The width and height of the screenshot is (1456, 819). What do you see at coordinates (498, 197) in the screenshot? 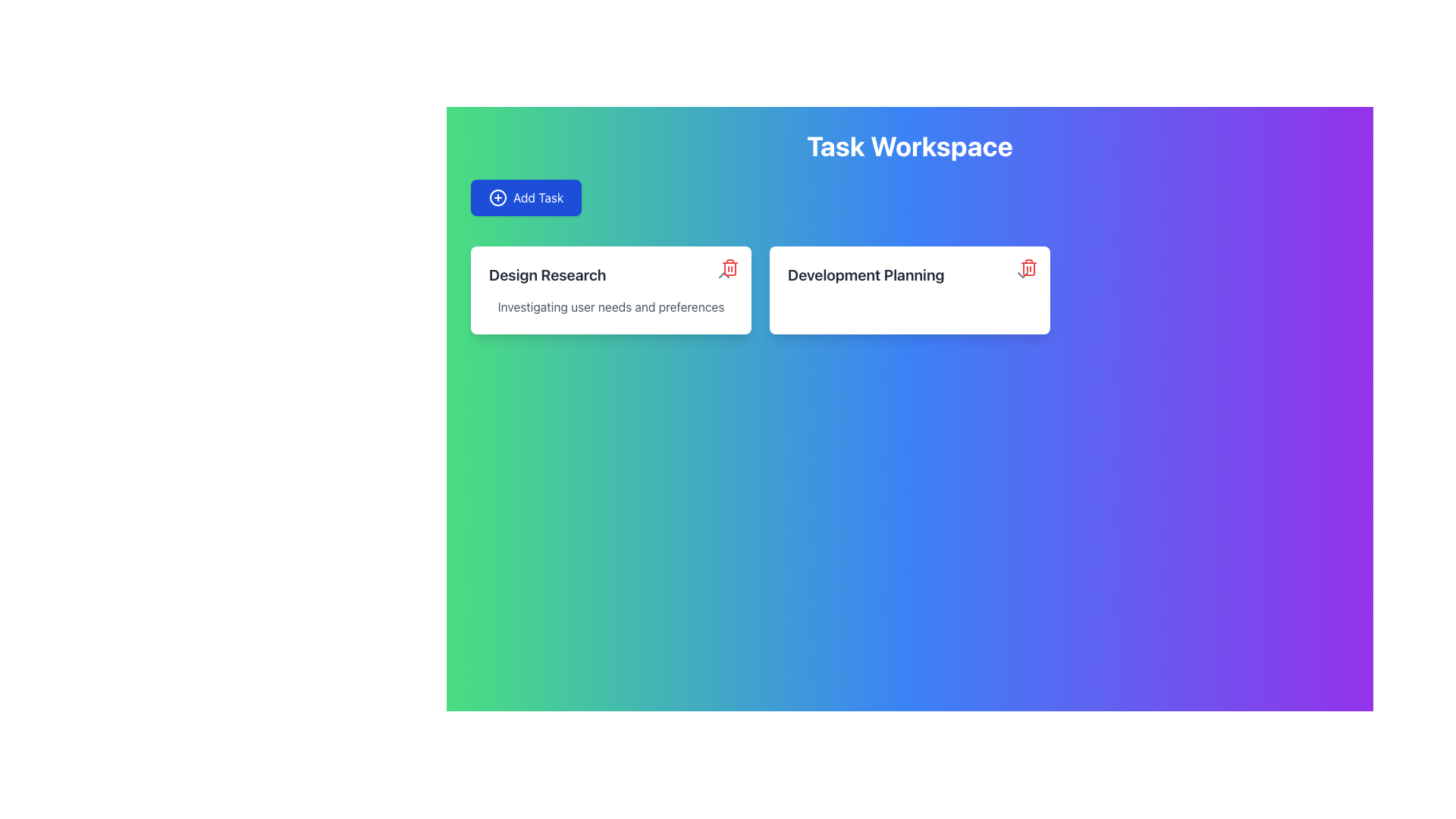
I see `the circular graphical icon component located to the left of the 'Add Task' text in the blue button at the top-left area of the interface` at bounding box center [498, 197].